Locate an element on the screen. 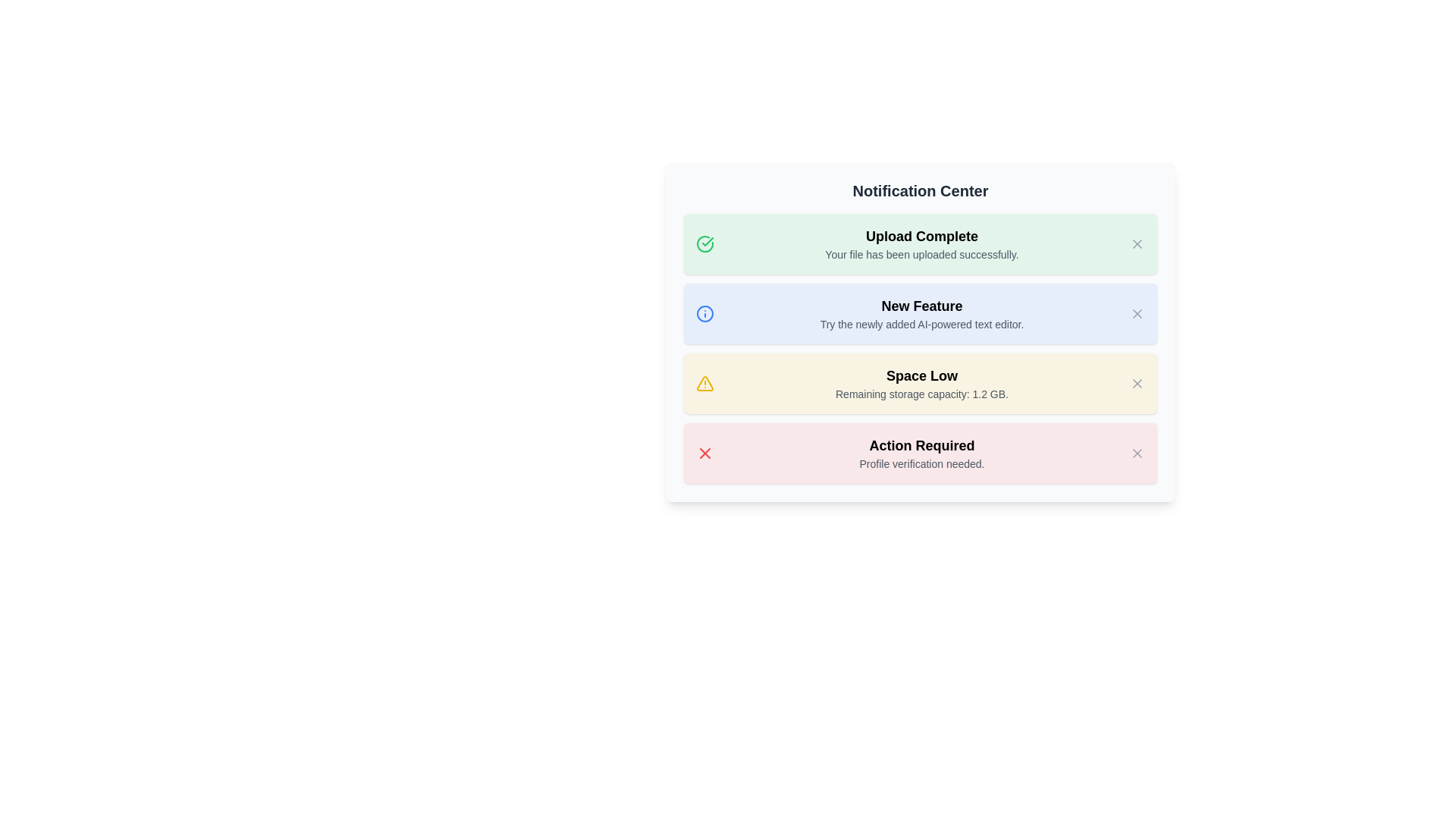  the button located in the top-right corner of the 'Action Required' notification is located at coordinates (1137, 452).